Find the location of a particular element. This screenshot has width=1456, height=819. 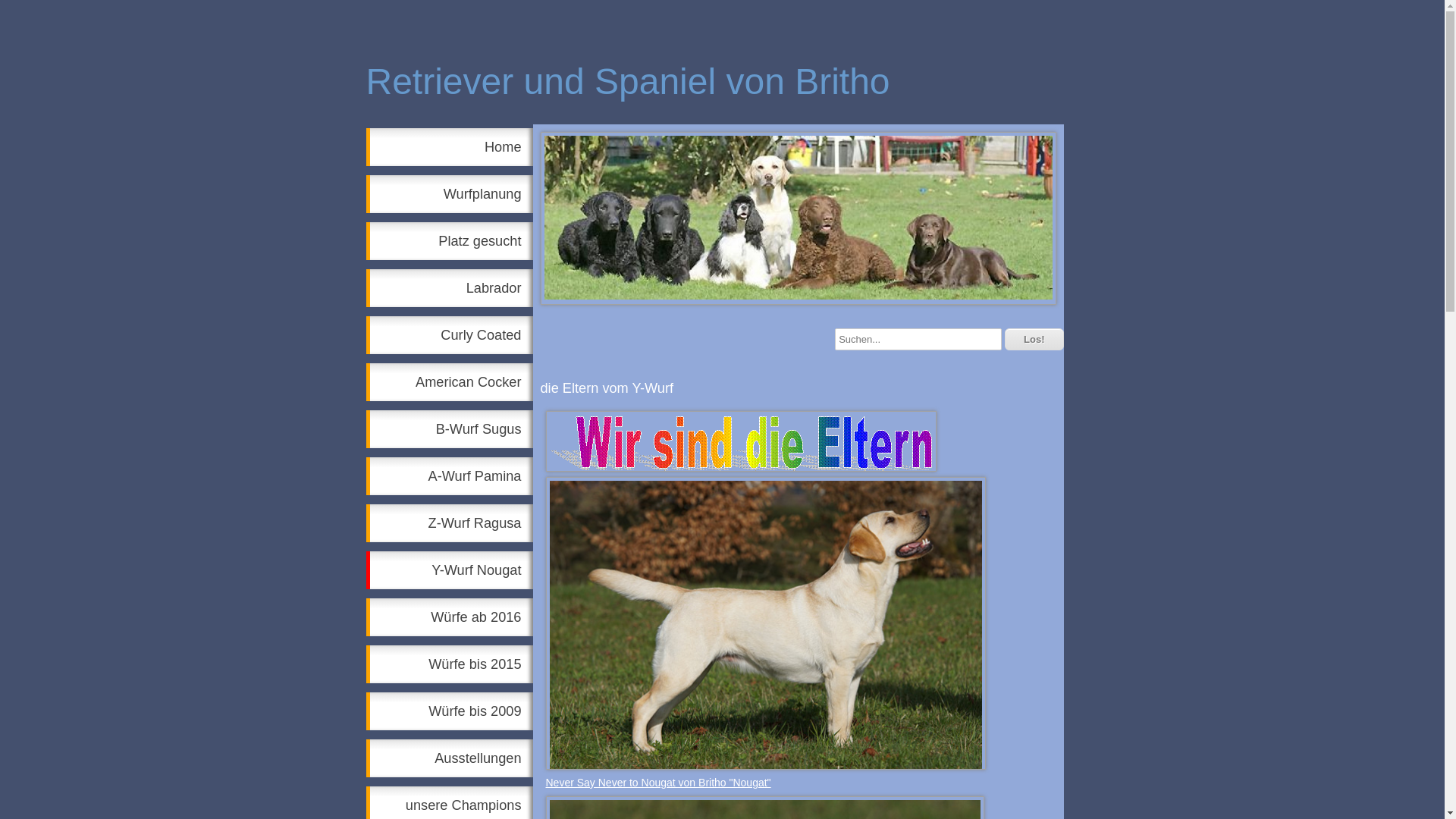

'B-Wurf Sugus' is located at coordinates (447, 429).